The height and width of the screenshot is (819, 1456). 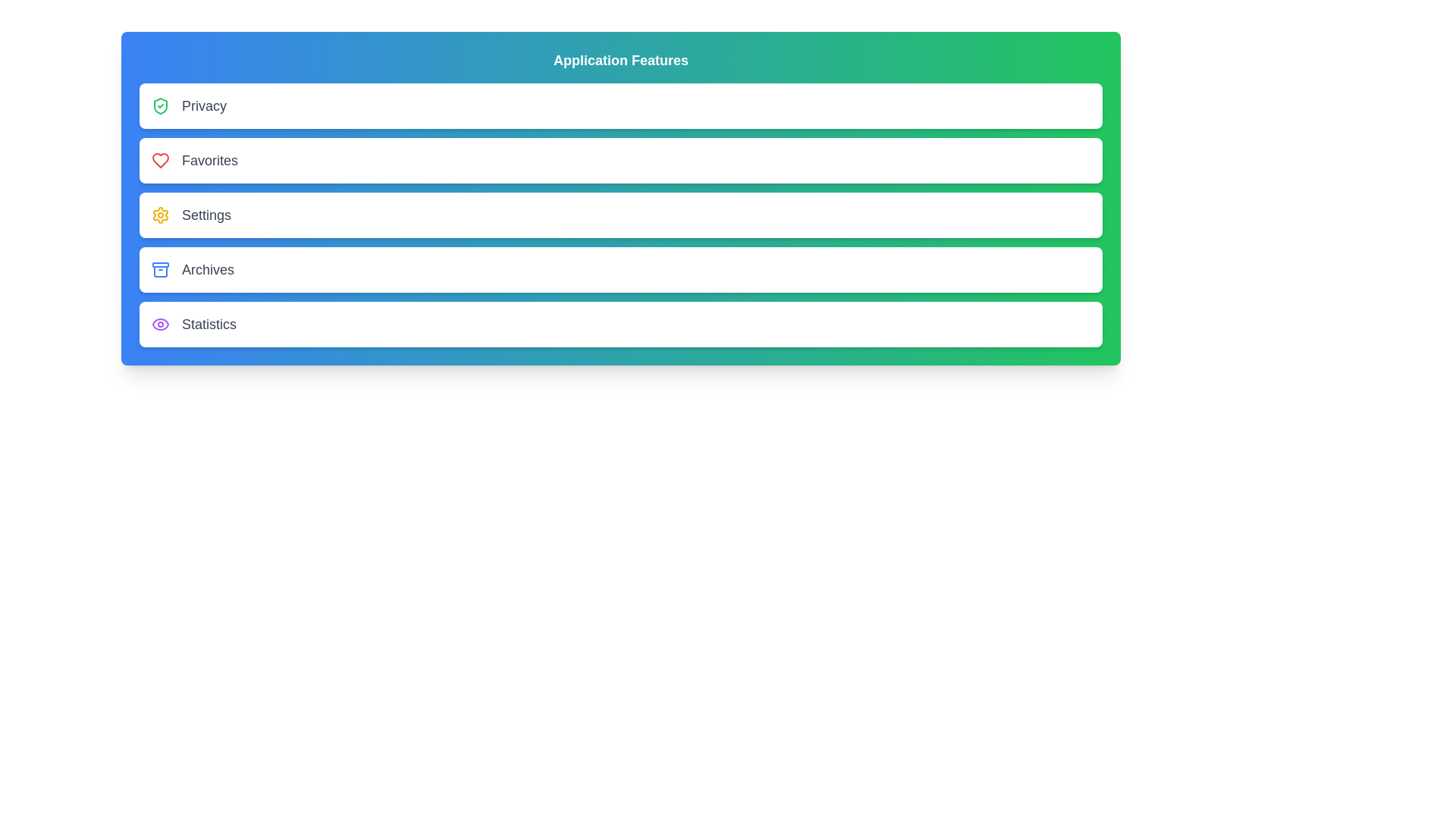 What do you see at coordinates (621, 324) in the screenshot?
I see `the menu item labeled Statistics` at bounding box center [621, 324].